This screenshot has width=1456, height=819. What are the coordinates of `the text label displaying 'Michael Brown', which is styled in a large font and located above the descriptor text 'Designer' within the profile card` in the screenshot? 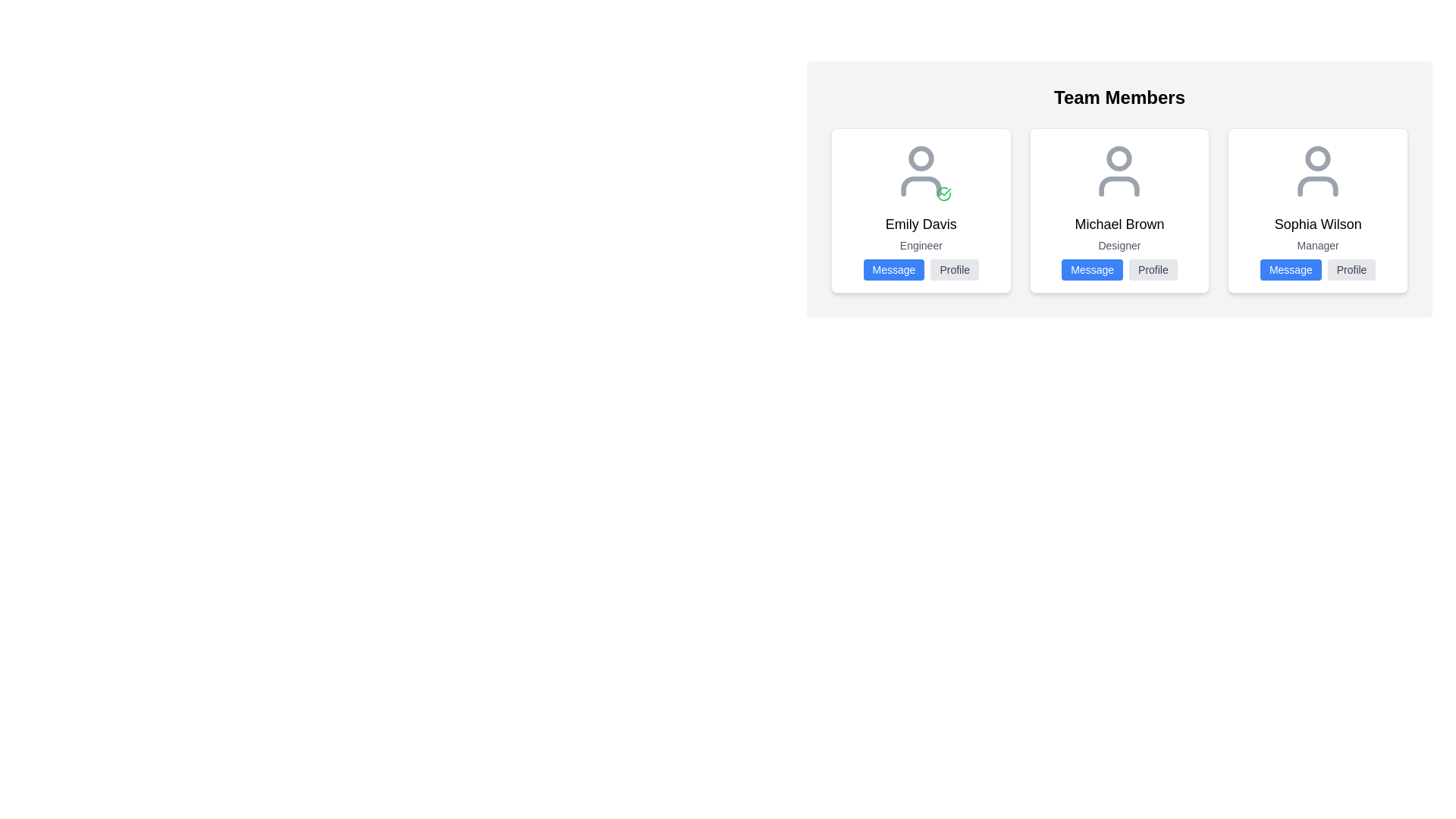 It's located at (1119, 224).